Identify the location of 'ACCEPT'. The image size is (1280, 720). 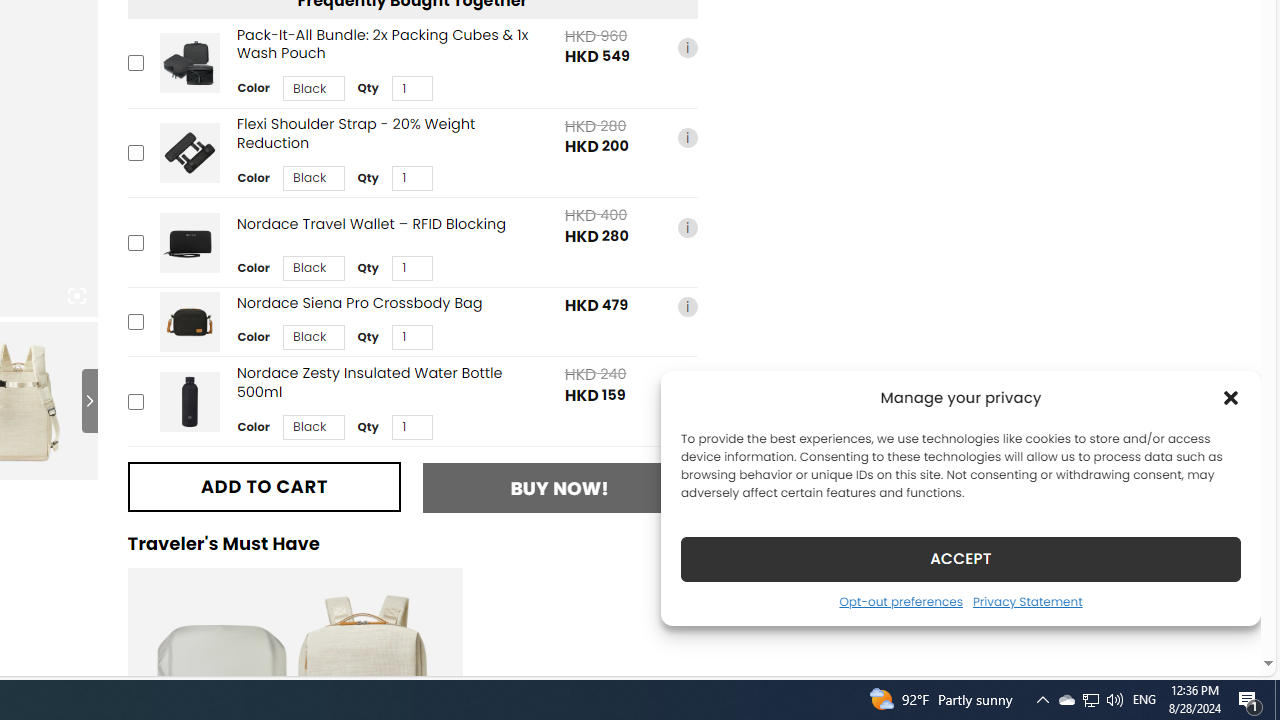
(961, 558).